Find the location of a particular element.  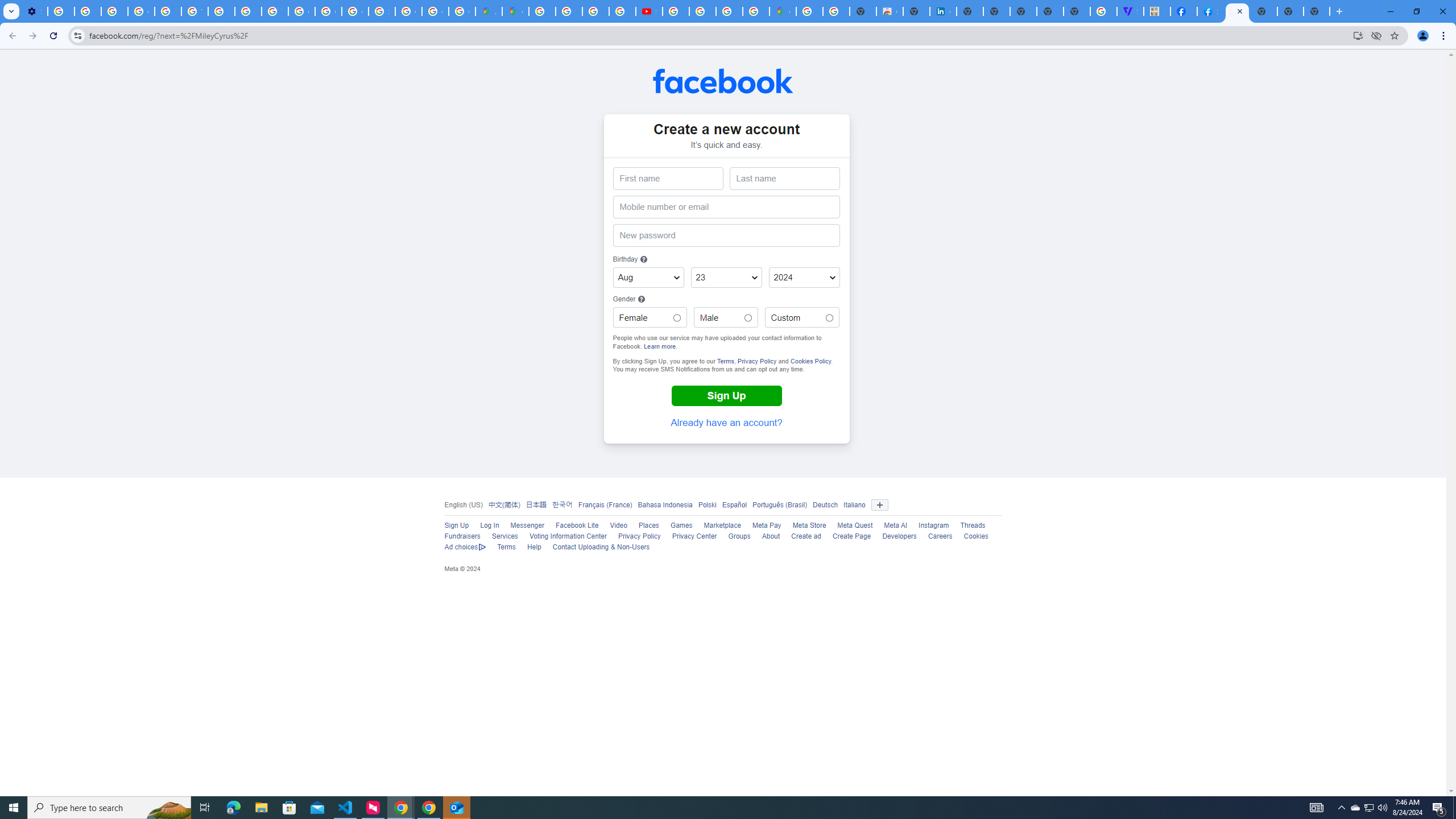

'About' is located at coordinates (770, 536).